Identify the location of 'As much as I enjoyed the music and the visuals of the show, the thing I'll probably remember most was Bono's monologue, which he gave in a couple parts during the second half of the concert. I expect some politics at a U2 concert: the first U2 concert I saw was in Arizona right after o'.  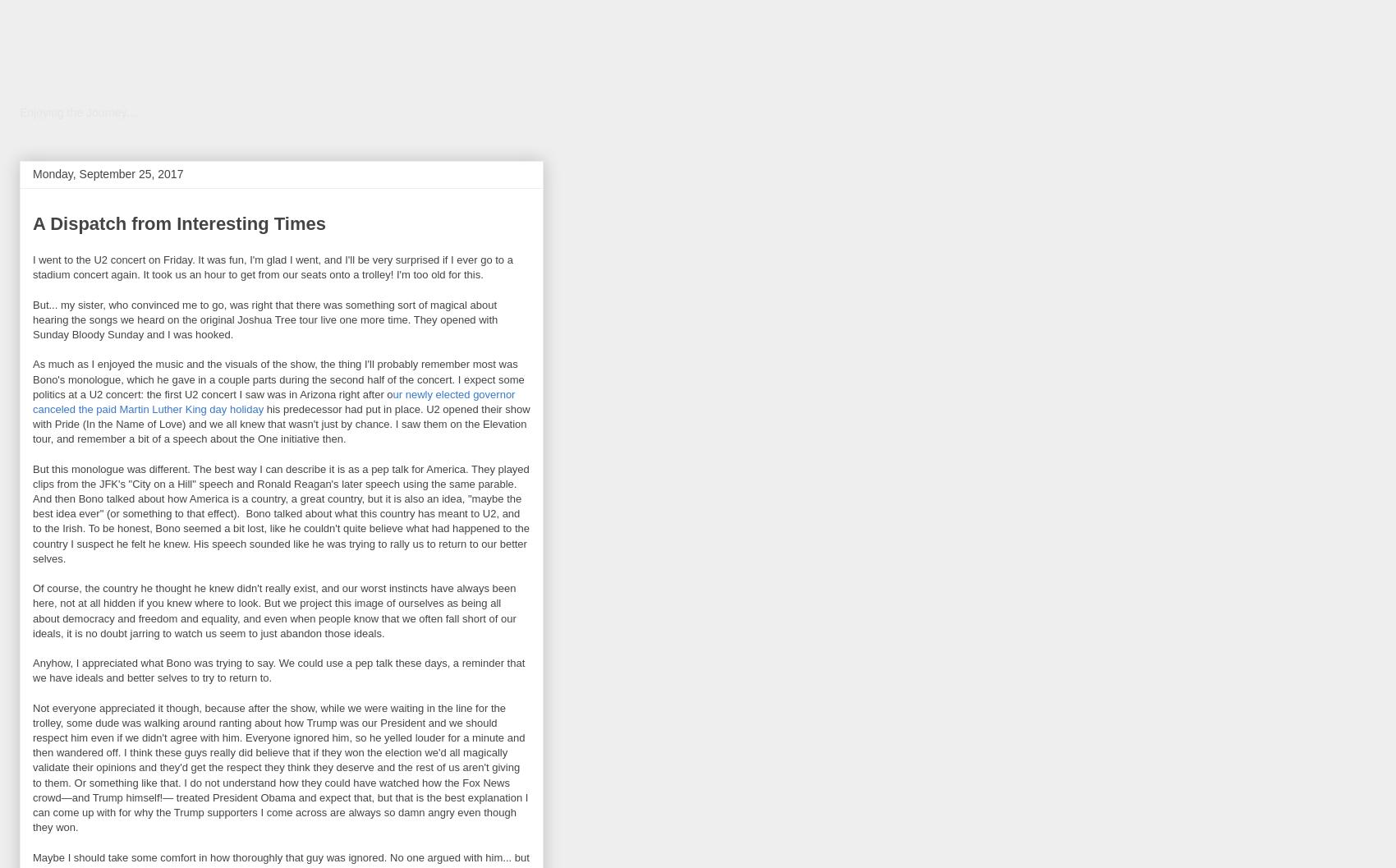
(277, 379).